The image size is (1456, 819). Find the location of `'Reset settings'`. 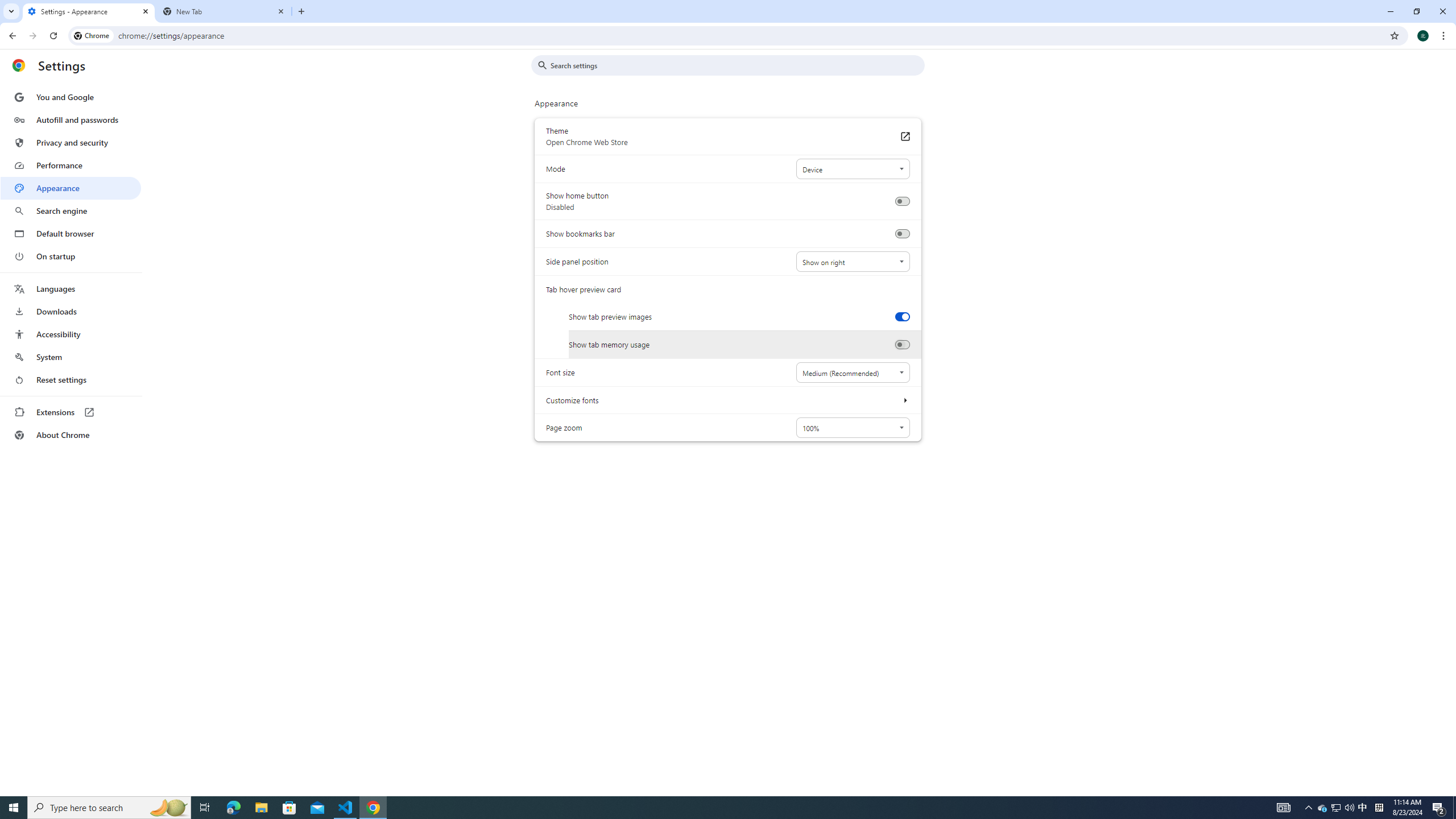

'Reset settings' is located at coordinates (70, 379).